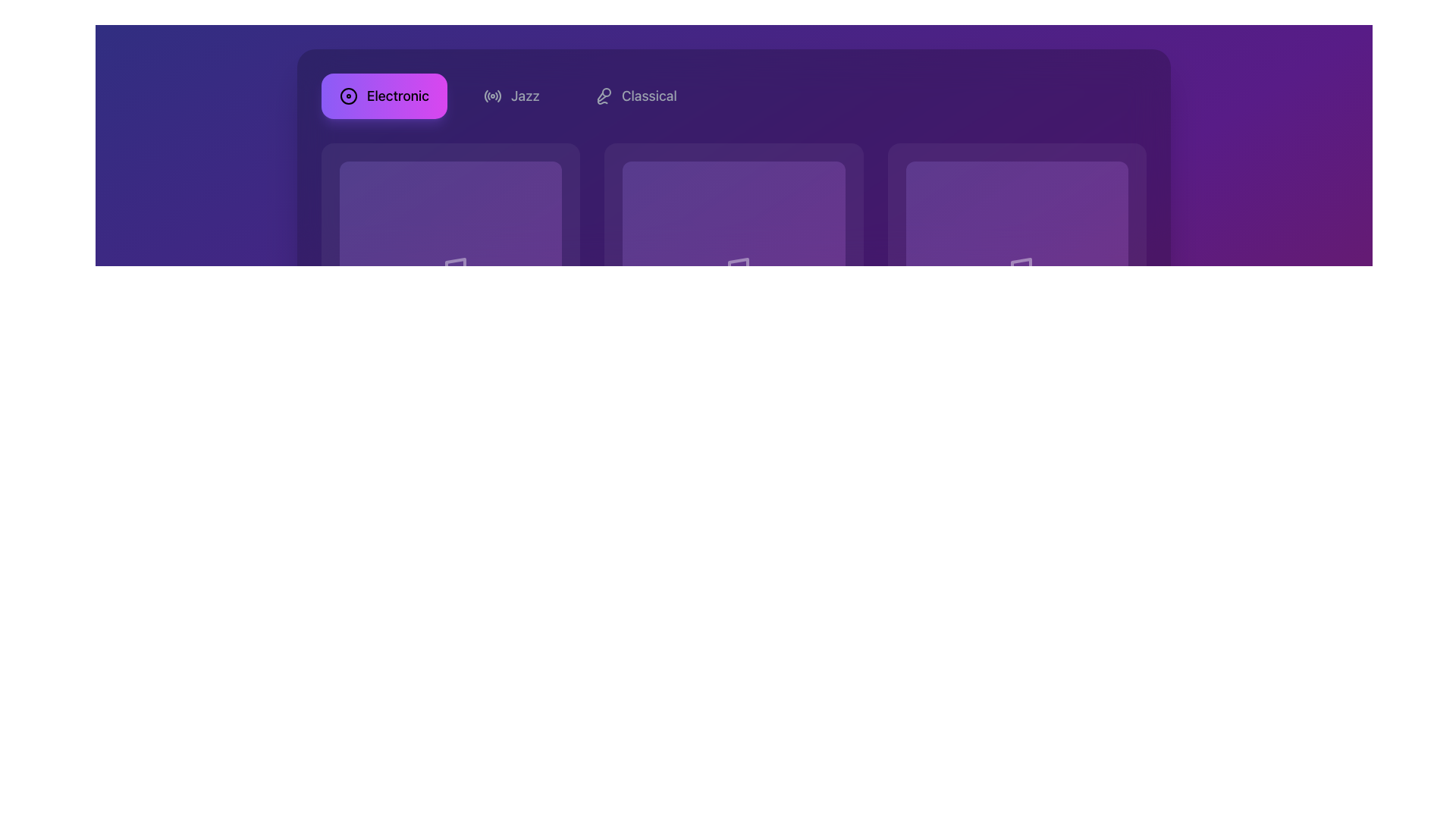  I want to click on the 'Electronic' category button, which is the leftmost button in a horizontal group of three, so click(384, 96).